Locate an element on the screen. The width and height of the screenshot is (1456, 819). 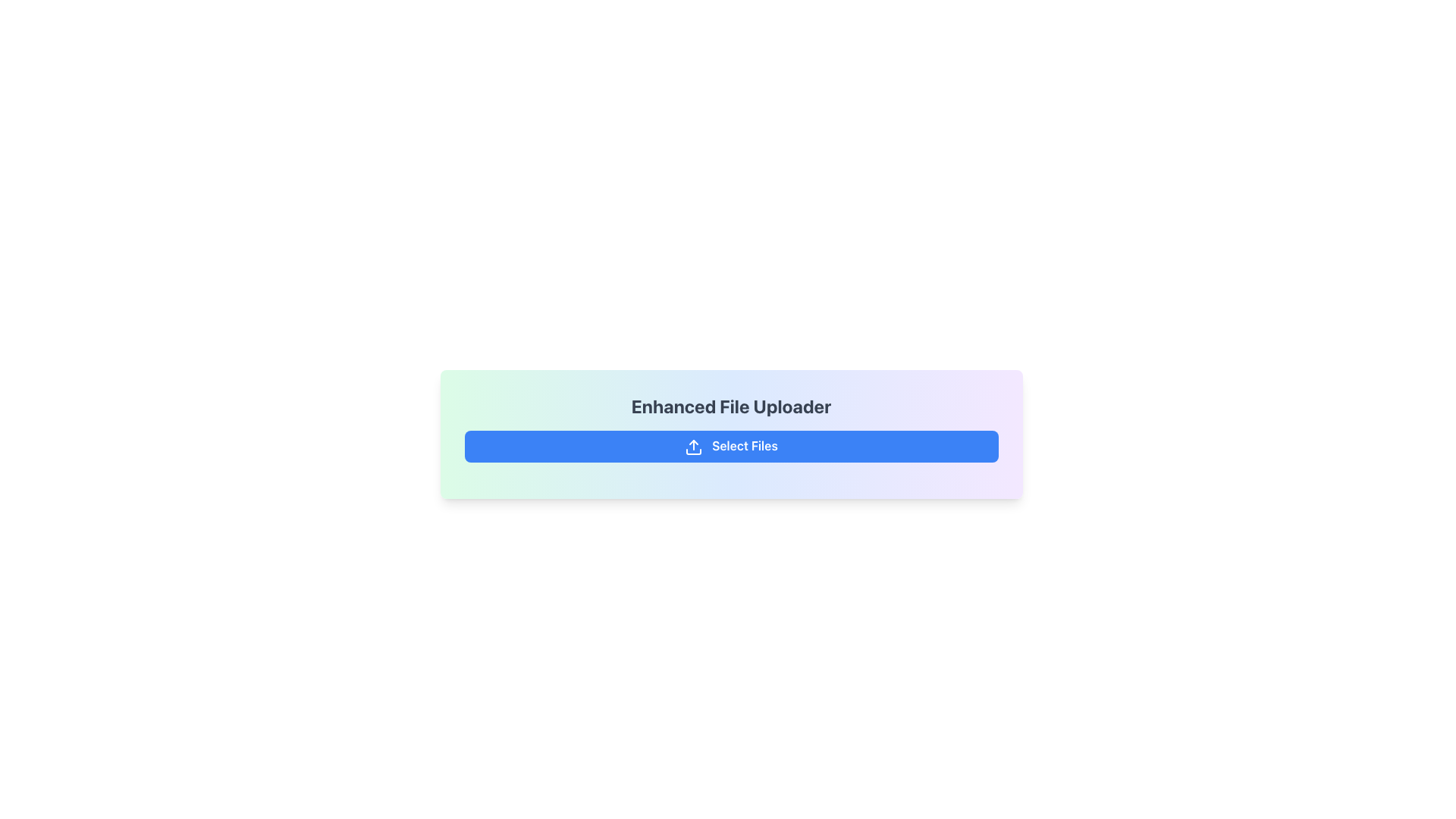
the centrally positioned button labeled 'Enhanced File Uploader' to observe the hover effect is located at coordinates (731, 445).